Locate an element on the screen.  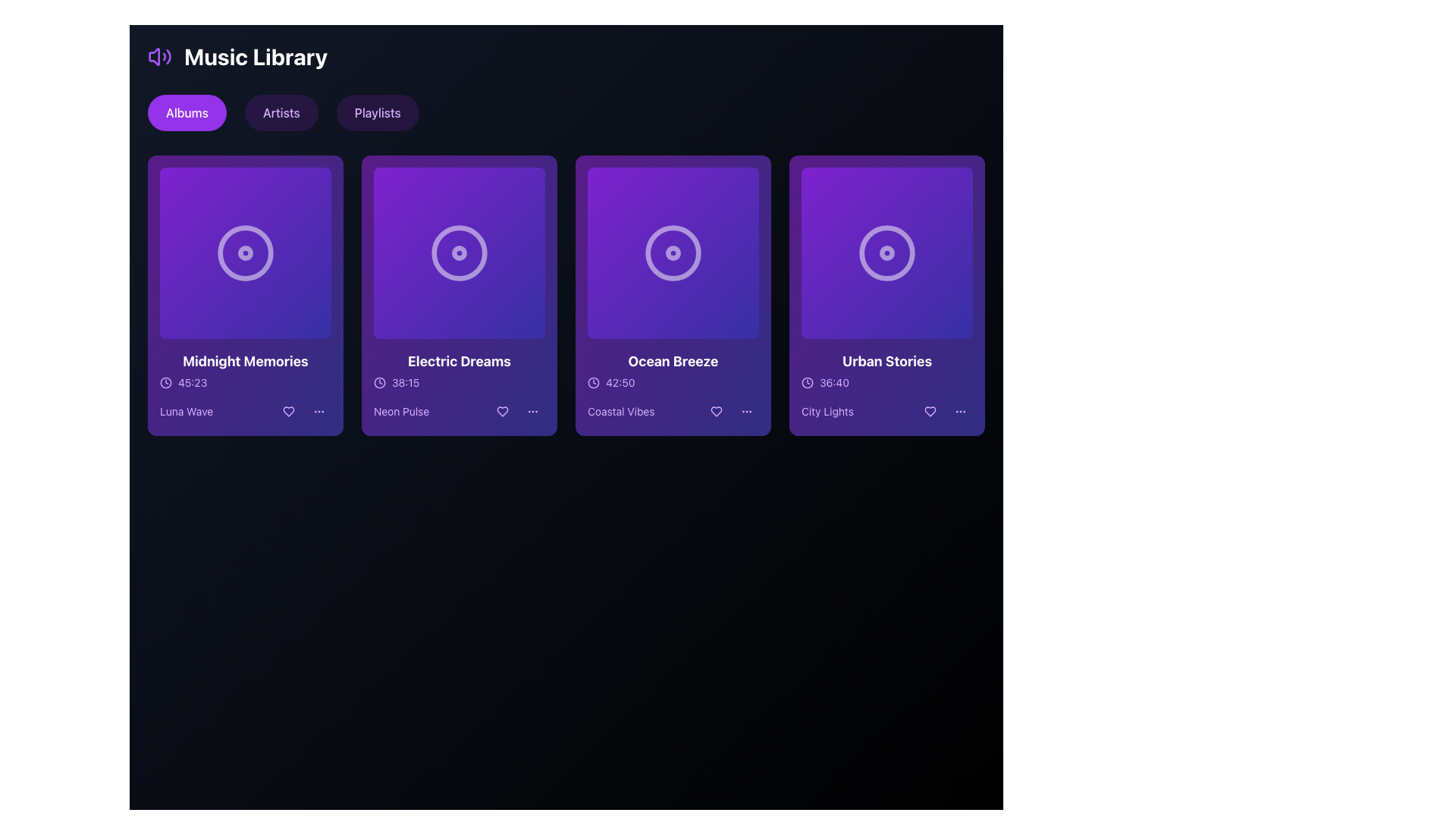
the Interactive tile or card component under the 'Albums' heading in the 'Music Library' section is located at coordinates (246, 253).